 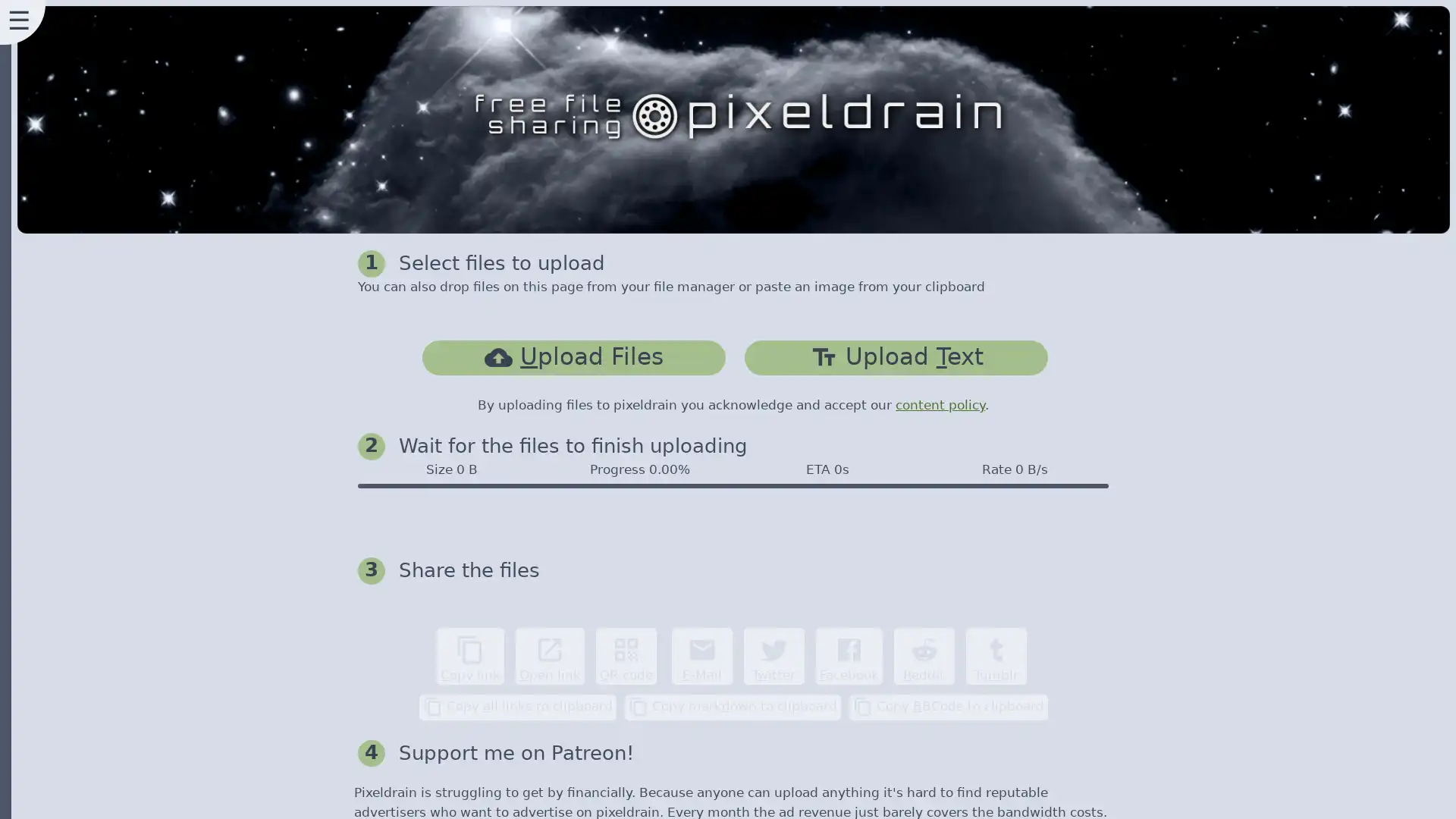 What do you see at coordinates (1028, 655) in the screenshot?
I see `Reddit` at bounding box center [1028, 655].